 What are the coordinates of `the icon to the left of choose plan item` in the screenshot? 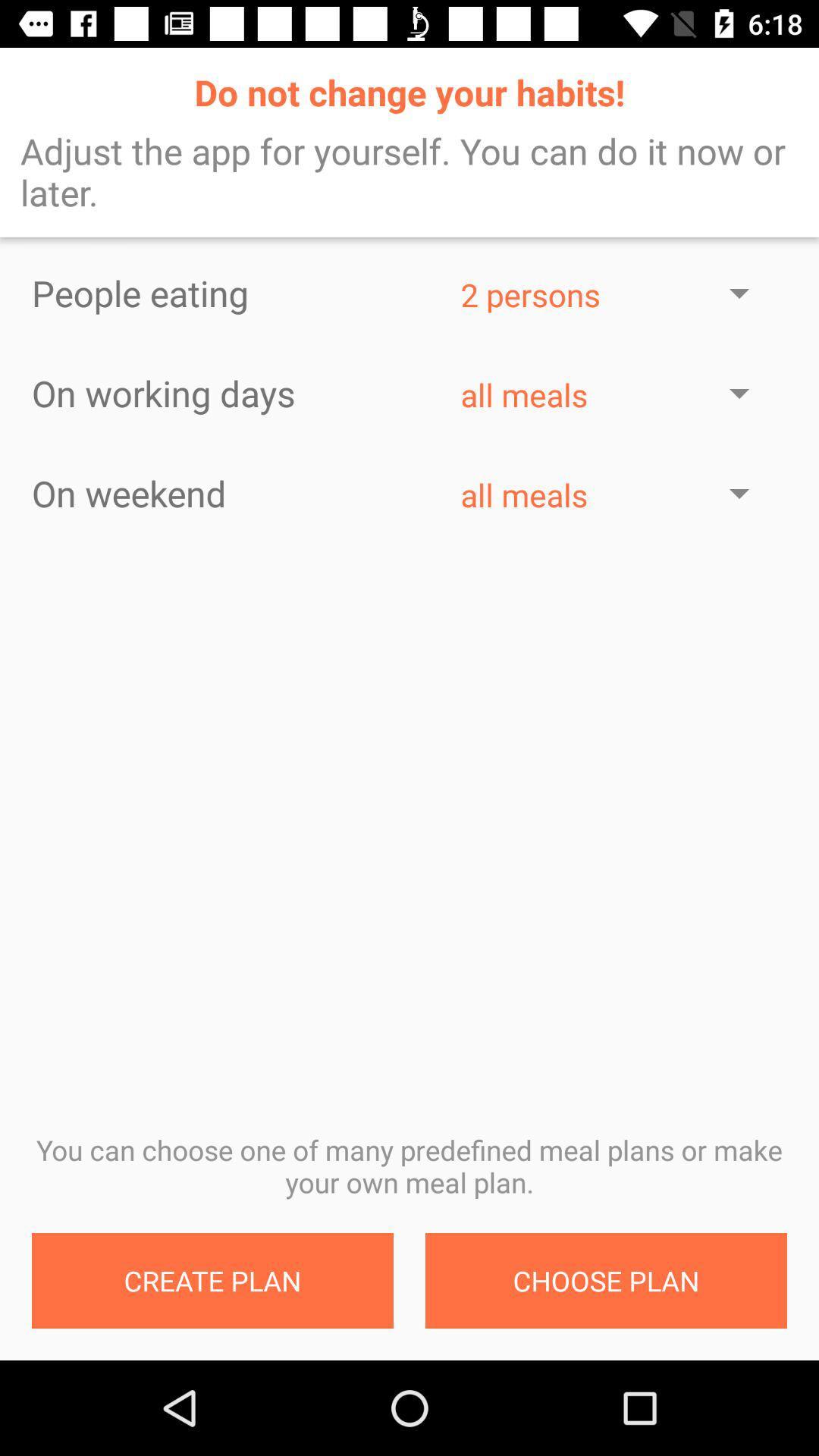 It's located at (212, 1280).